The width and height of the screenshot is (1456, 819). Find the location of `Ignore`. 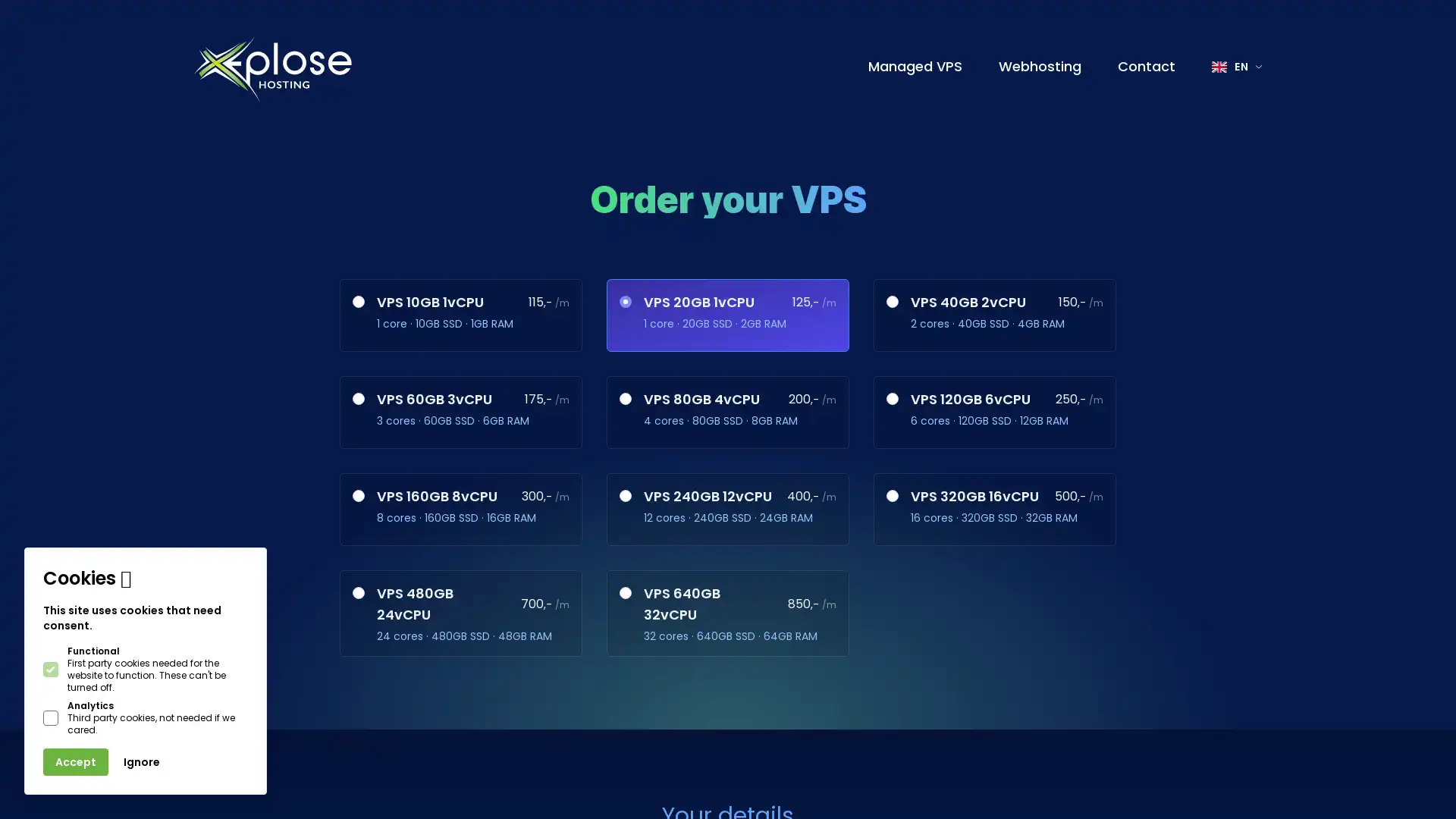

Ignore is located at coordinates (142, 762).